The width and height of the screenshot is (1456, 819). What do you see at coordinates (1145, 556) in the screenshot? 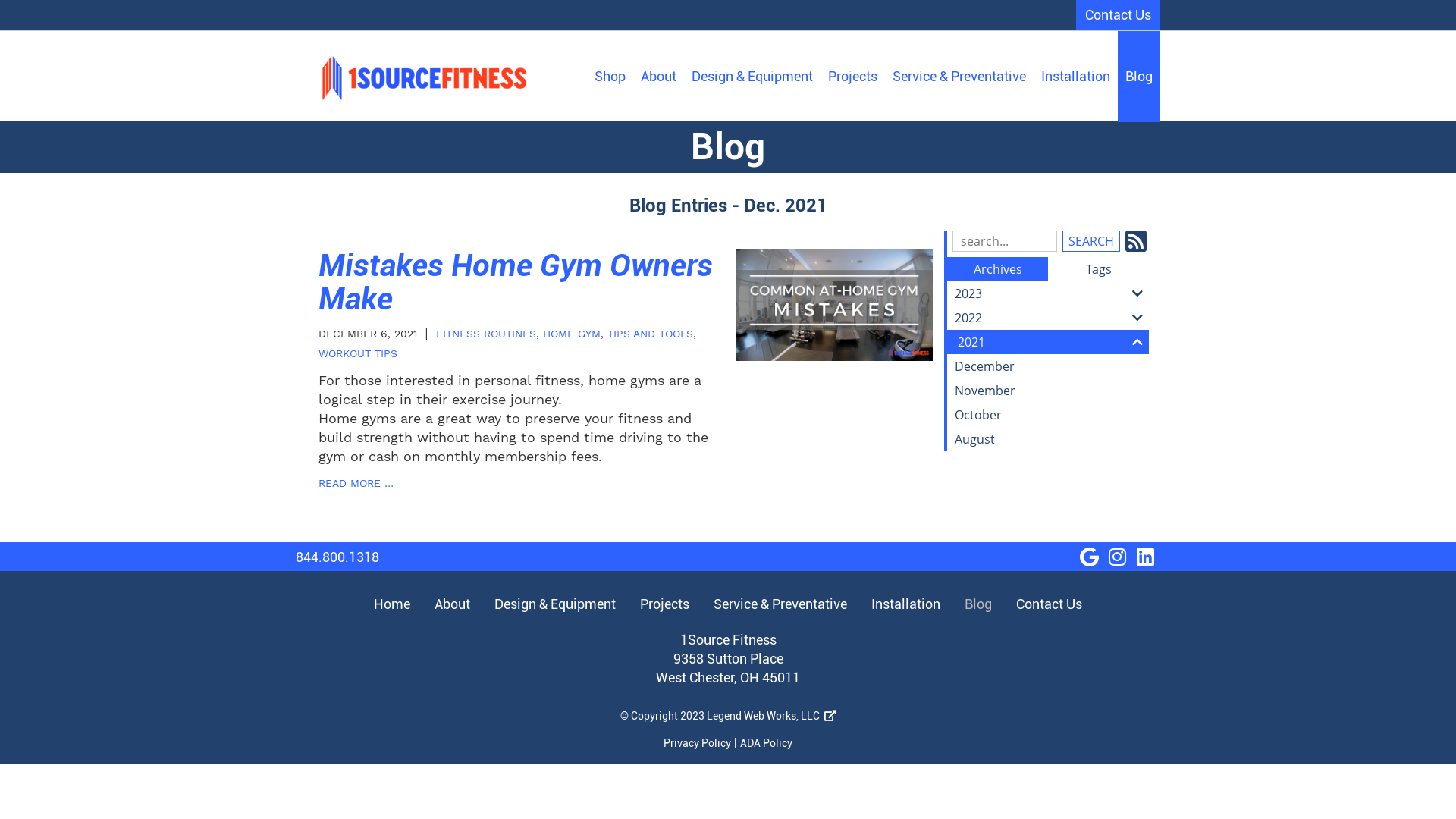
I see `'visit our LinkedIn page'` at bounding box center [1145, 556].